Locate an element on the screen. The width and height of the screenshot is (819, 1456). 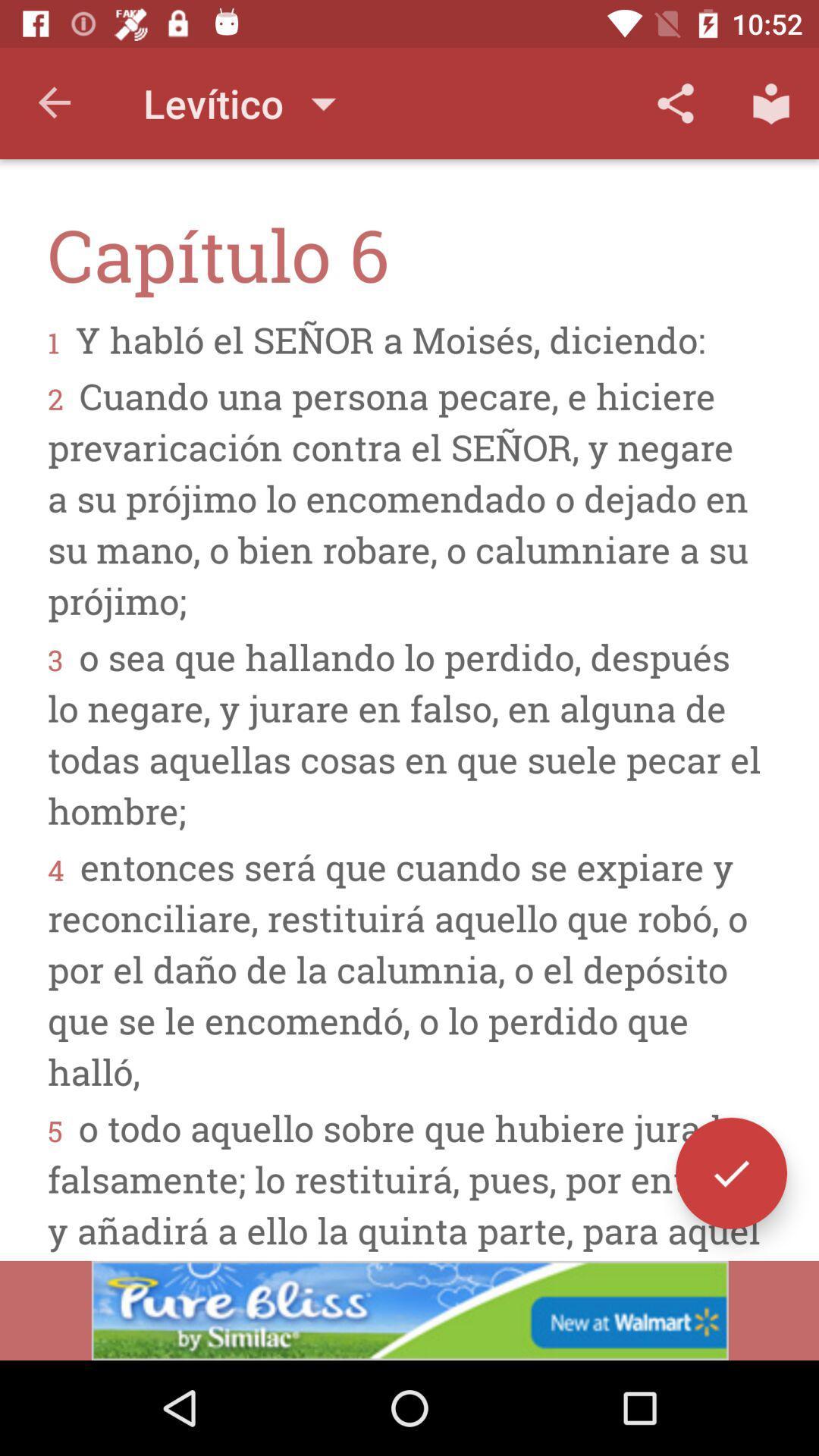
the check icon is located at coordinates (730, 1172).